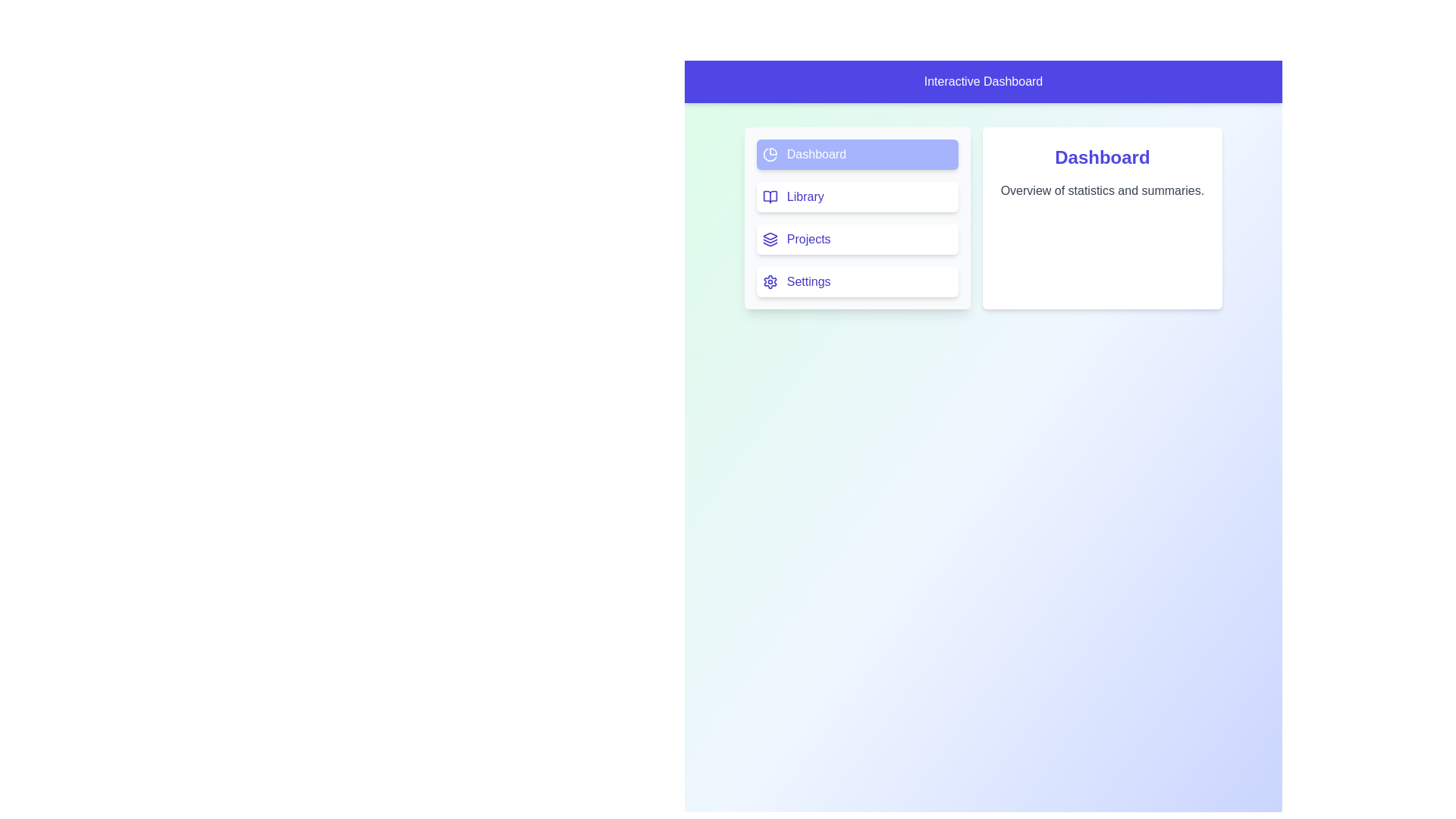 This screenshot has width=1456, height=819. What do you see at coordinates (856, 281) in the screenshot?
I see `the navigation option Settings to observe the hover effect` at bounding box center [856, 281].